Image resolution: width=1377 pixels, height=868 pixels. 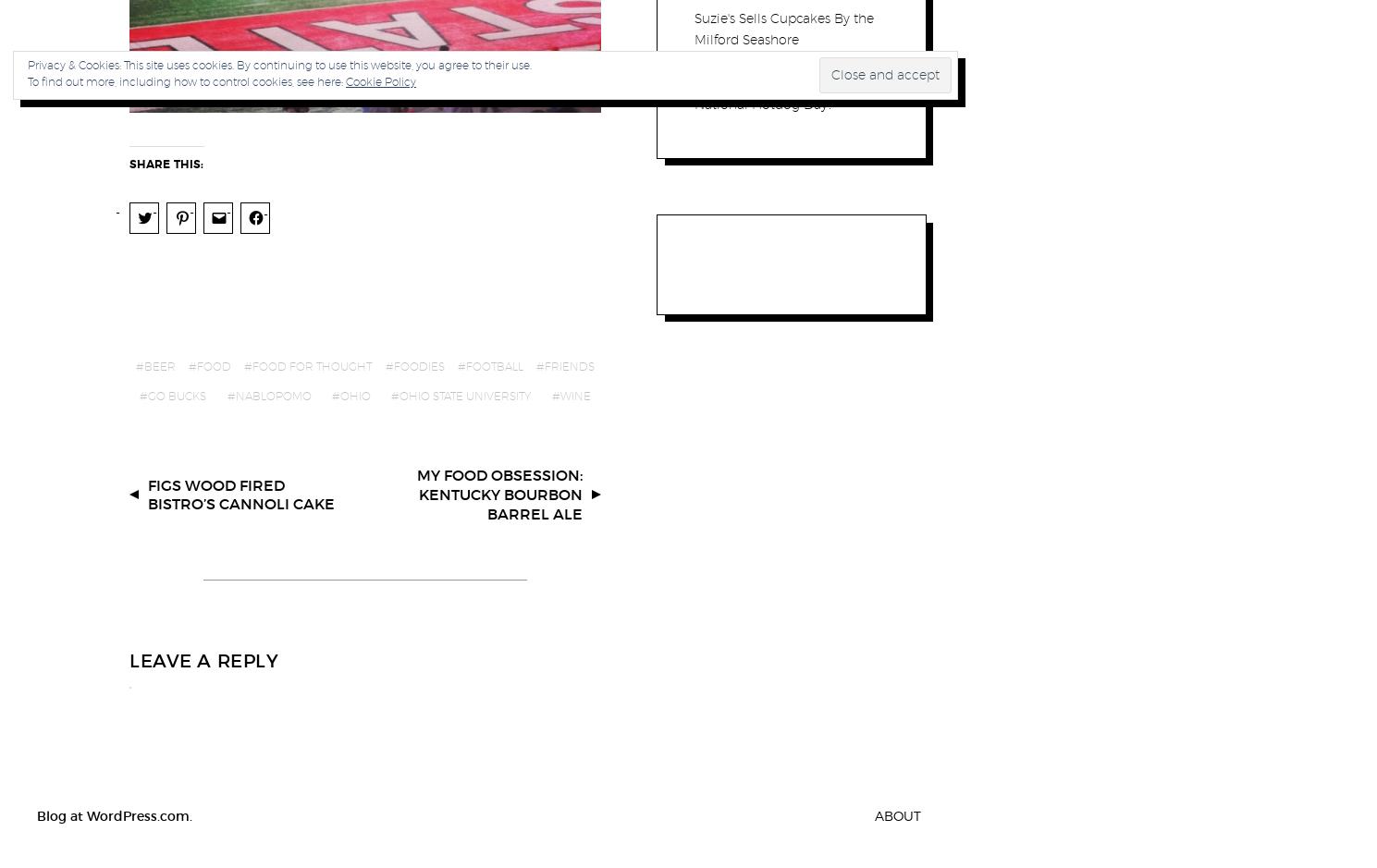 I want to click on 'Leave a Reply', so click(x=203, y=659).